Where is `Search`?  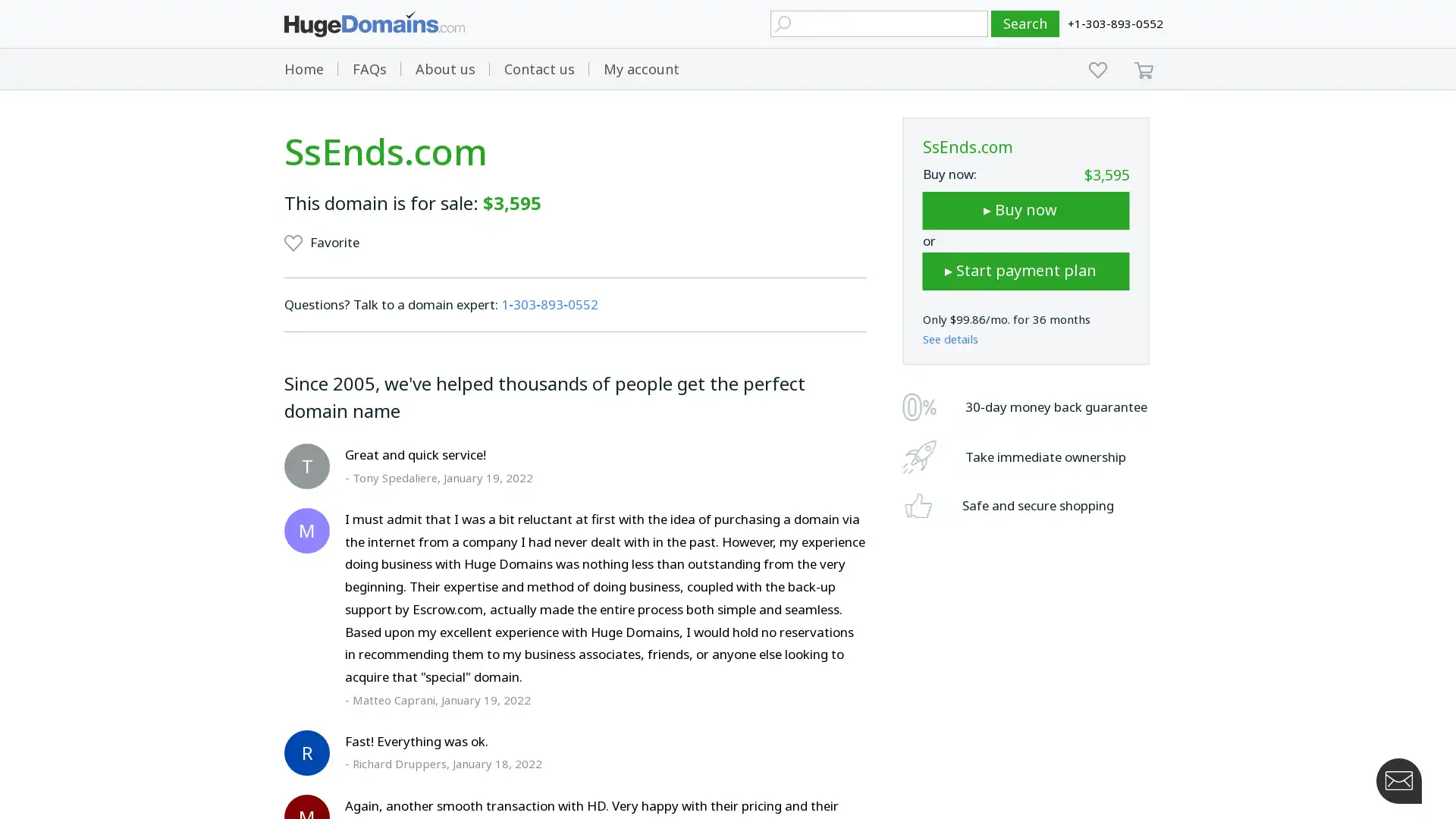
Search is located at coordinates (1025, 24).